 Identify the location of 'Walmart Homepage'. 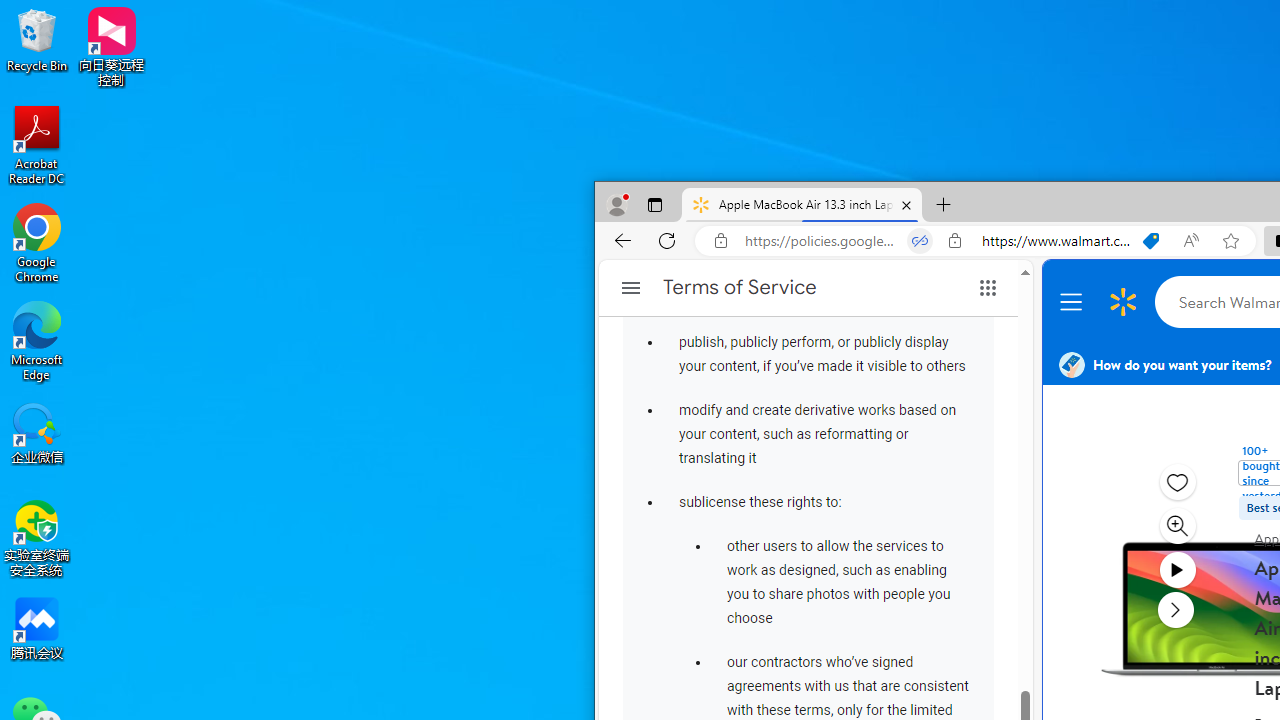
(1123, 302).